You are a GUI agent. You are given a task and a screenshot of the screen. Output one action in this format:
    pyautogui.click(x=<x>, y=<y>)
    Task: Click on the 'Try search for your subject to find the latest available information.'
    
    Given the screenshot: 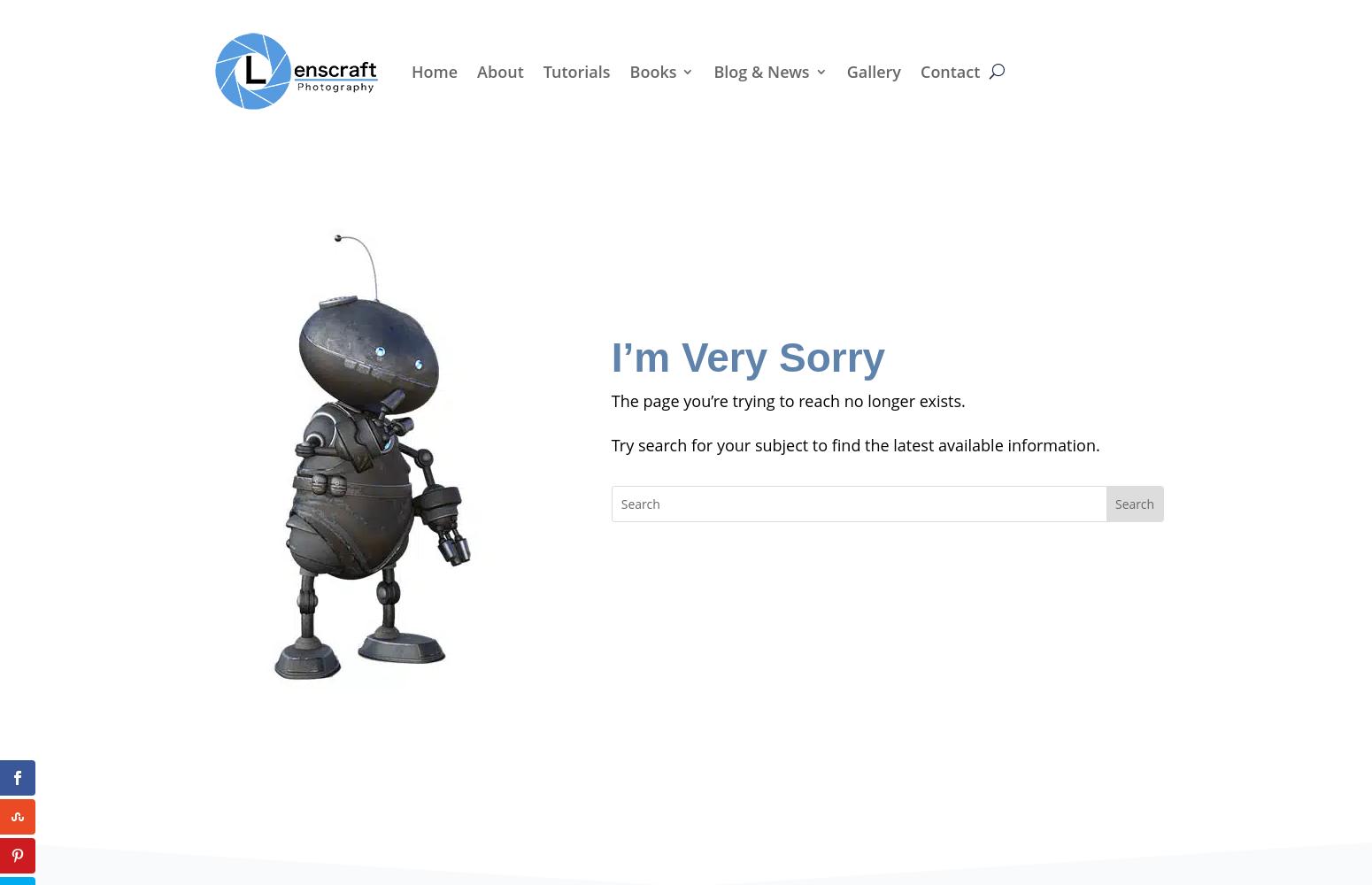 What is the action you would take?
    pyautogui.click(x=853, y=445)
    